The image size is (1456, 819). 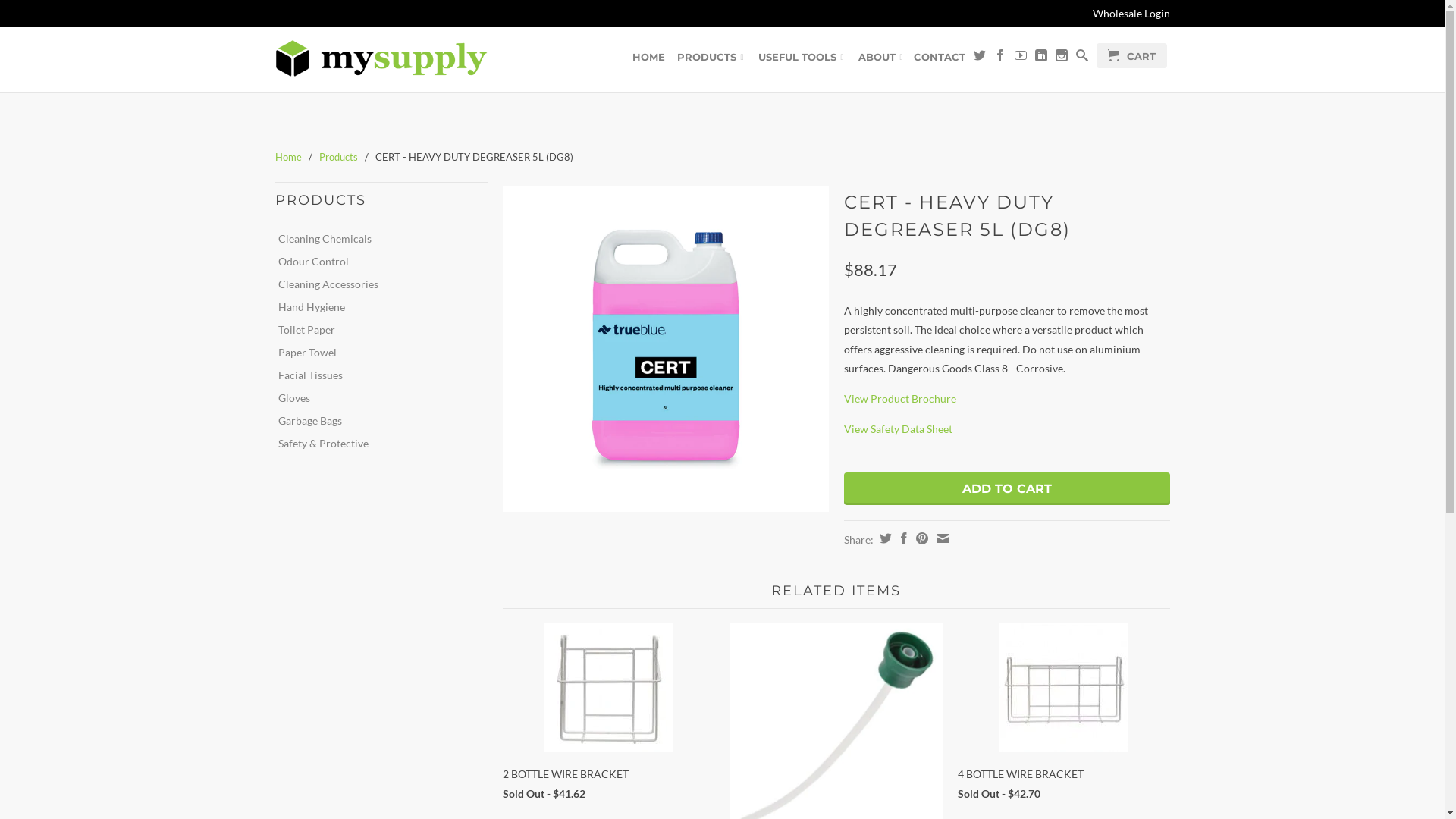 I want to click on 'mysupply on Instagram', so click(x=1061, y=58).